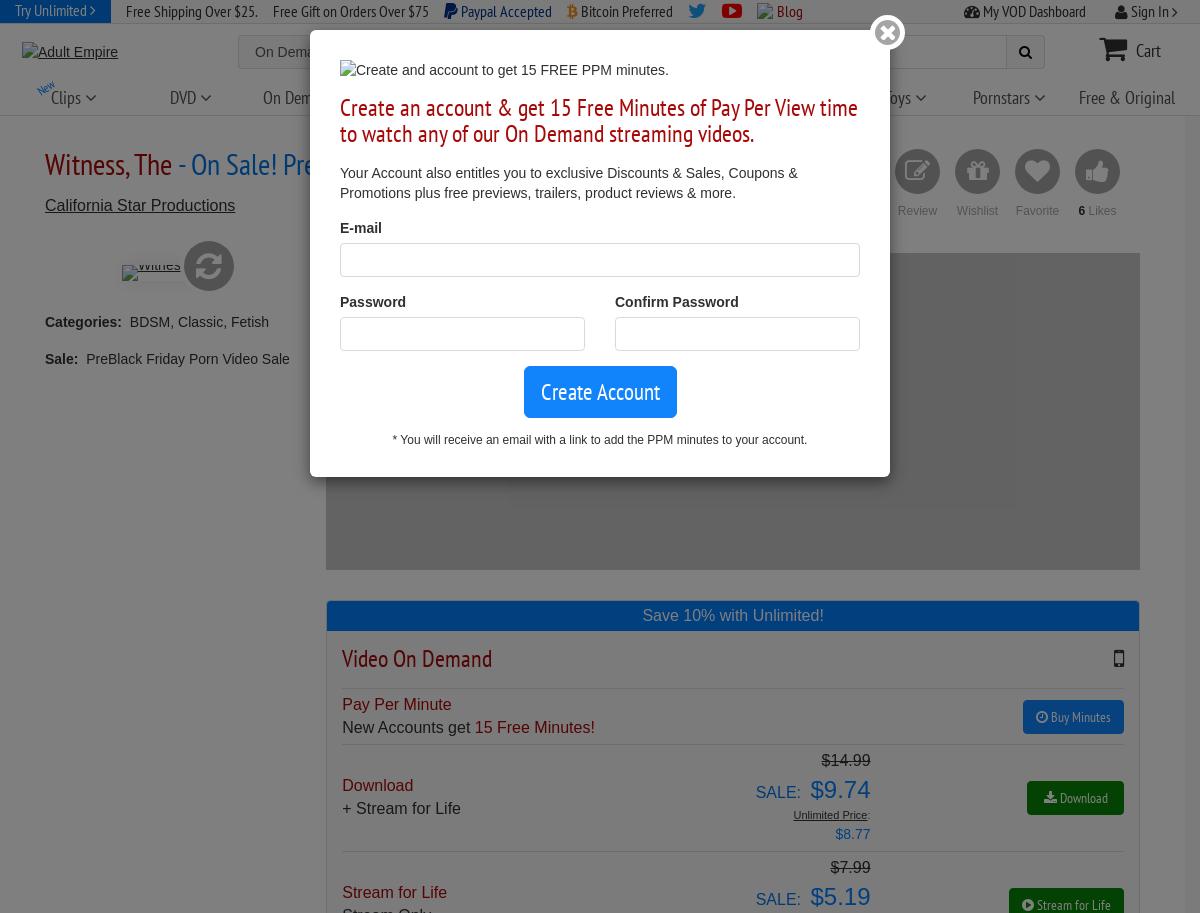  I want to click on 'Your Account also entitles you to exclusive Discounts & Sales, Coupons & Promotions plus free previews, trailers, product reviews & more.', so click(567, 181).